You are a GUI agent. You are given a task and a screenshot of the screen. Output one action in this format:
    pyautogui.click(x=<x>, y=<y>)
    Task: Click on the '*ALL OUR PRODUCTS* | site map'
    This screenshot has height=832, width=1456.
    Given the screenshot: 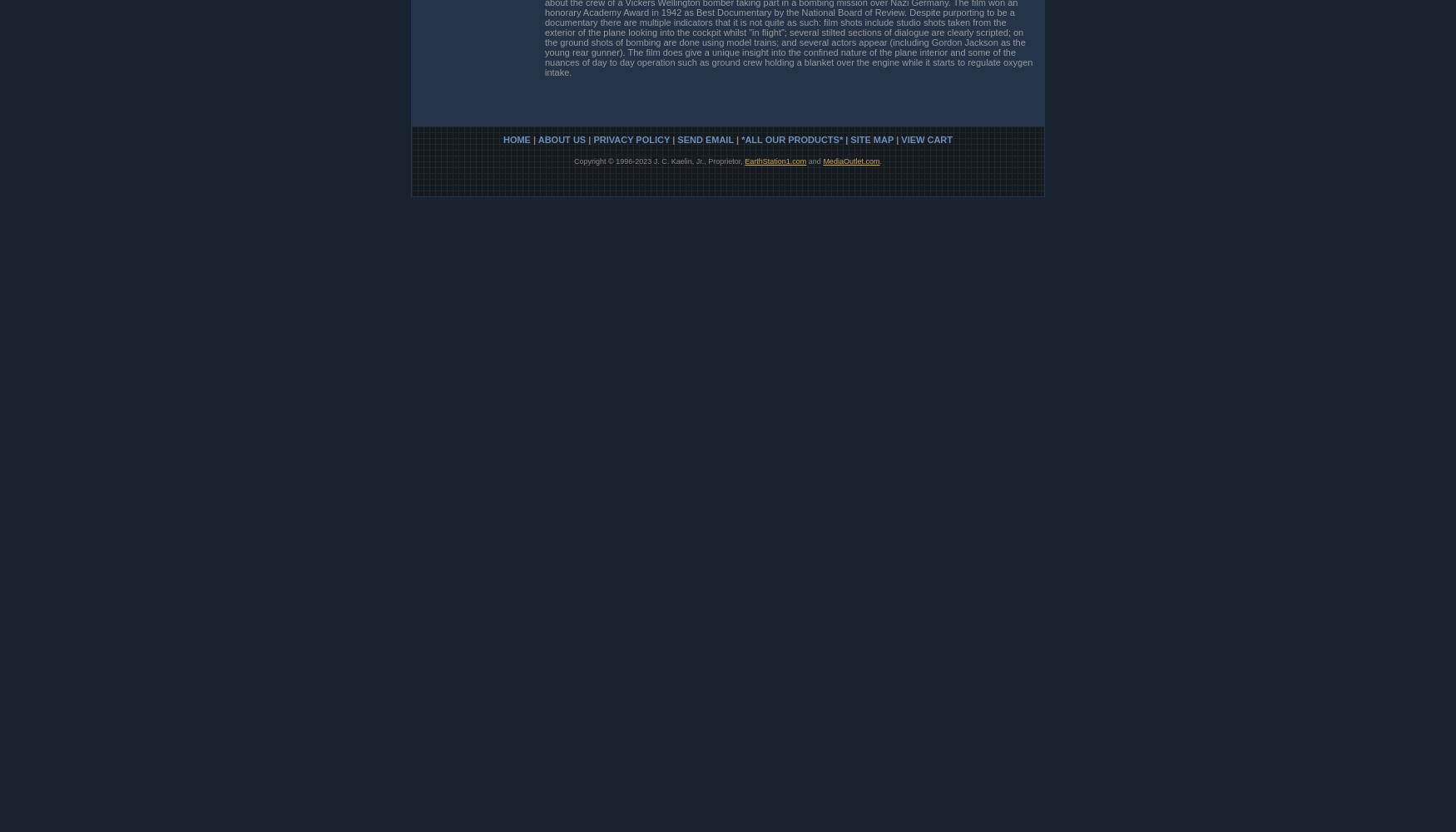 What is the action you would take?
    pyautogui.click(x=740, y=139)
    